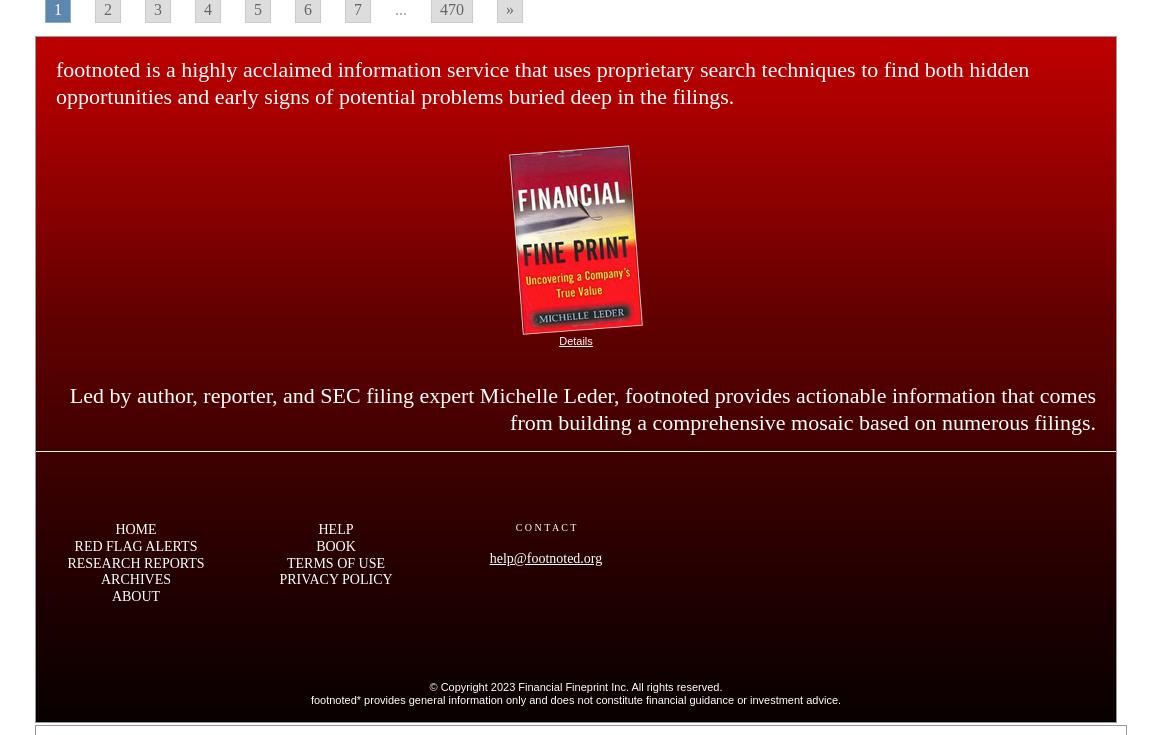 This screenshot has height=735, width=1150. What do you see at coordinates (134, 544) in the screenshot?
I see `'RED FLAG ALERTS'` at bounding box center [134, 544].